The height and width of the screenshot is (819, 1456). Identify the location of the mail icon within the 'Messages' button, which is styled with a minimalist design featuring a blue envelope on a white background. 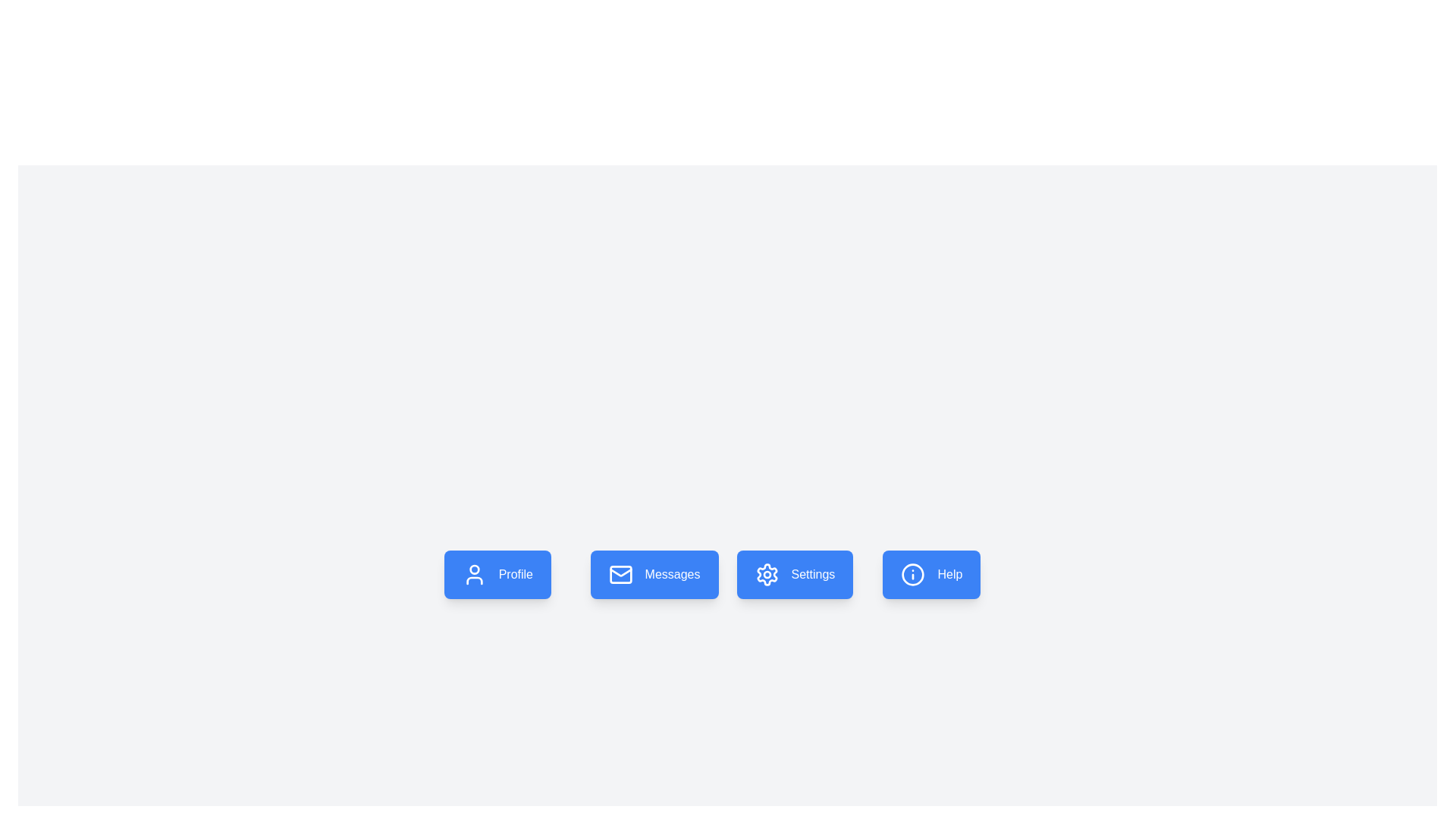
(620, 575).